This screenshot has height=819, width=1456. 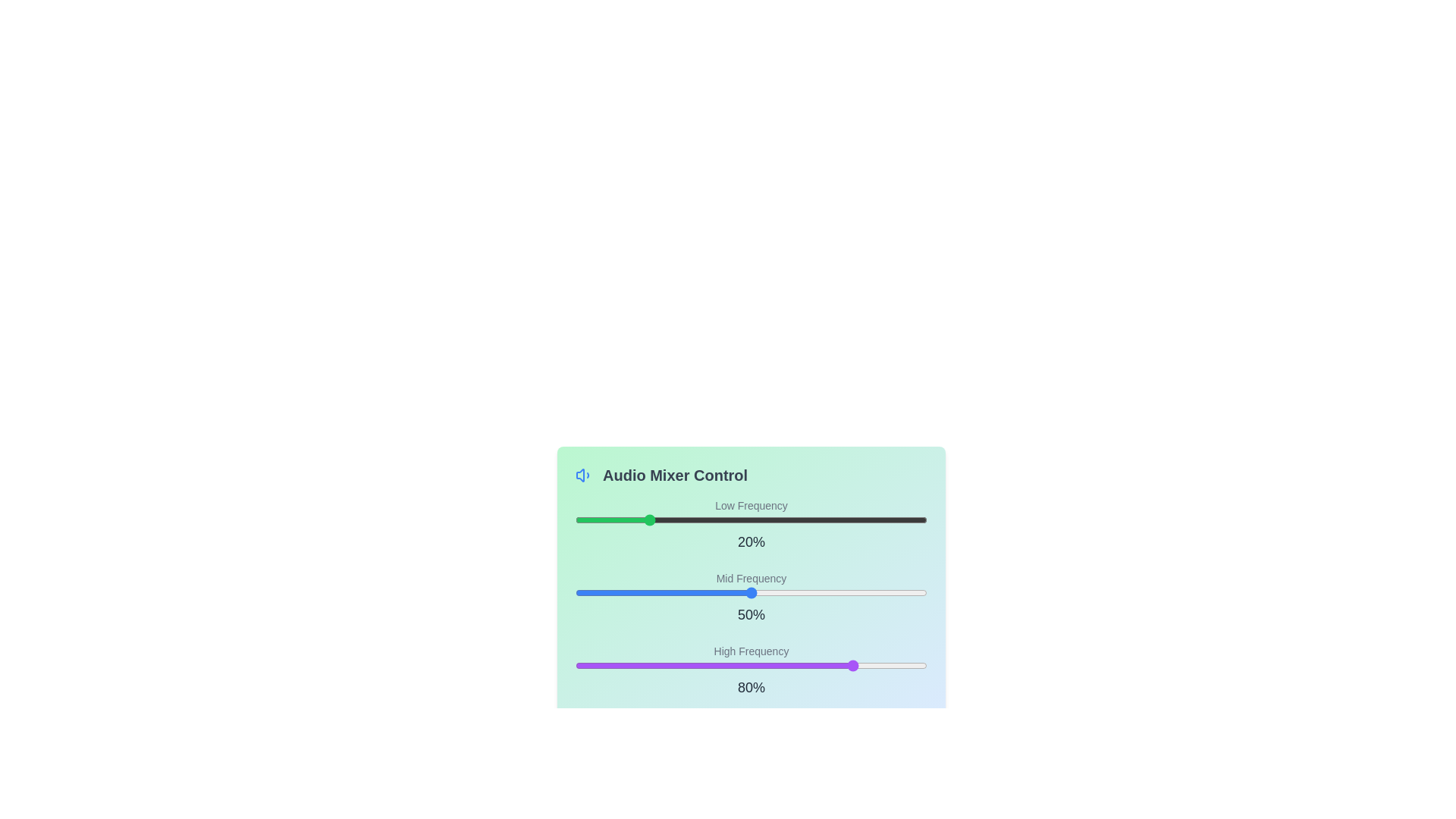 I want to click on the 'Mid Frequency' slider, so click(x=758, y=592).